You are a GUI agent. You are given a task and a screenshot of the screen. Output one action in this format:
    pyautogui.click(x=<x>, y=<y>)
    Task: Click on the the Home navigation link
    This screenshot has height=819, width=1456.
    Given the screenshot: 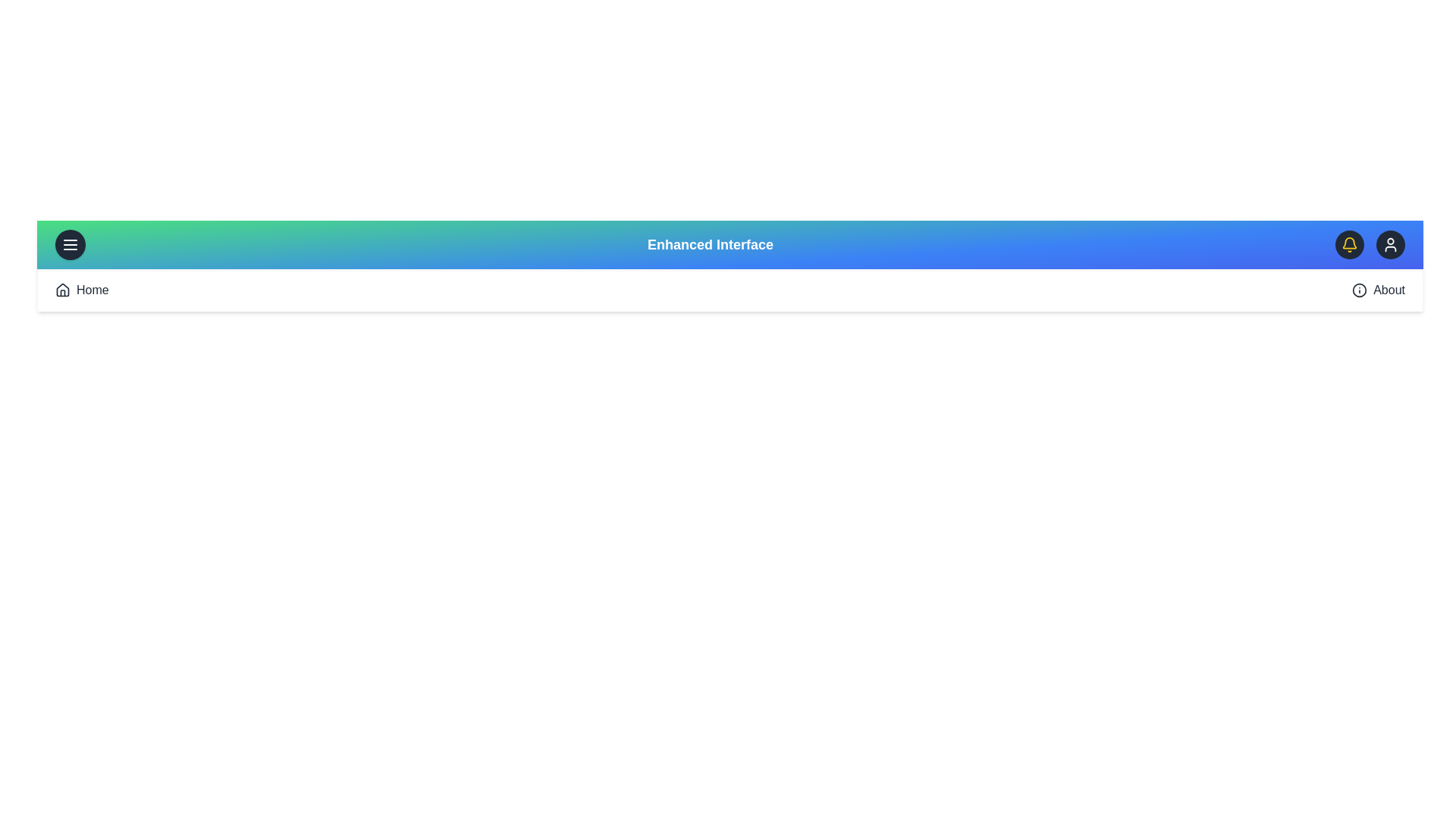 What is the action you would take?
    pyautogui.click(x=81, y=290)
    